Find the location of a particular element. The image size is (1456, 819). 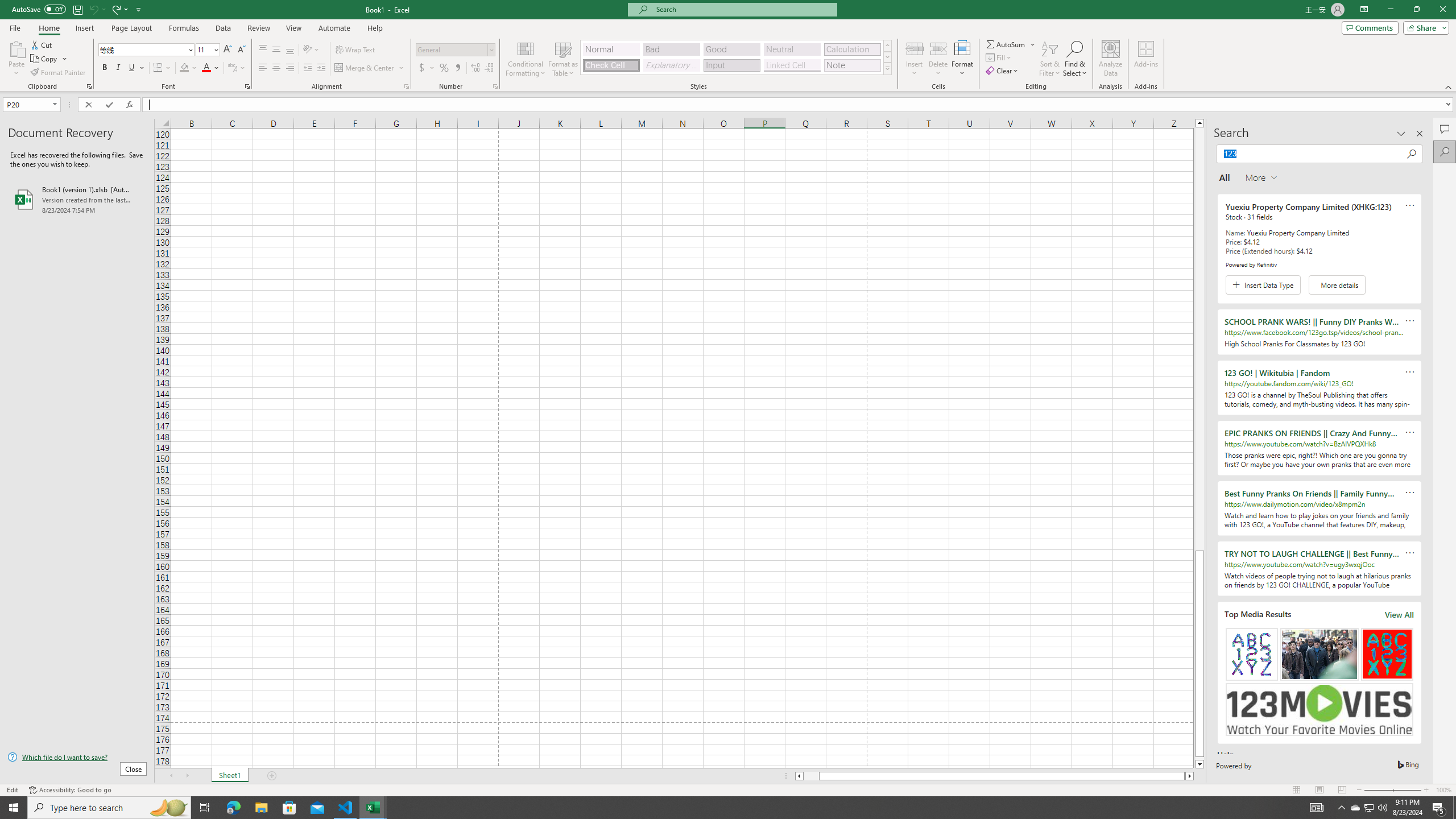

'Show Phonetic Field' is located at coordinates (236, 67).